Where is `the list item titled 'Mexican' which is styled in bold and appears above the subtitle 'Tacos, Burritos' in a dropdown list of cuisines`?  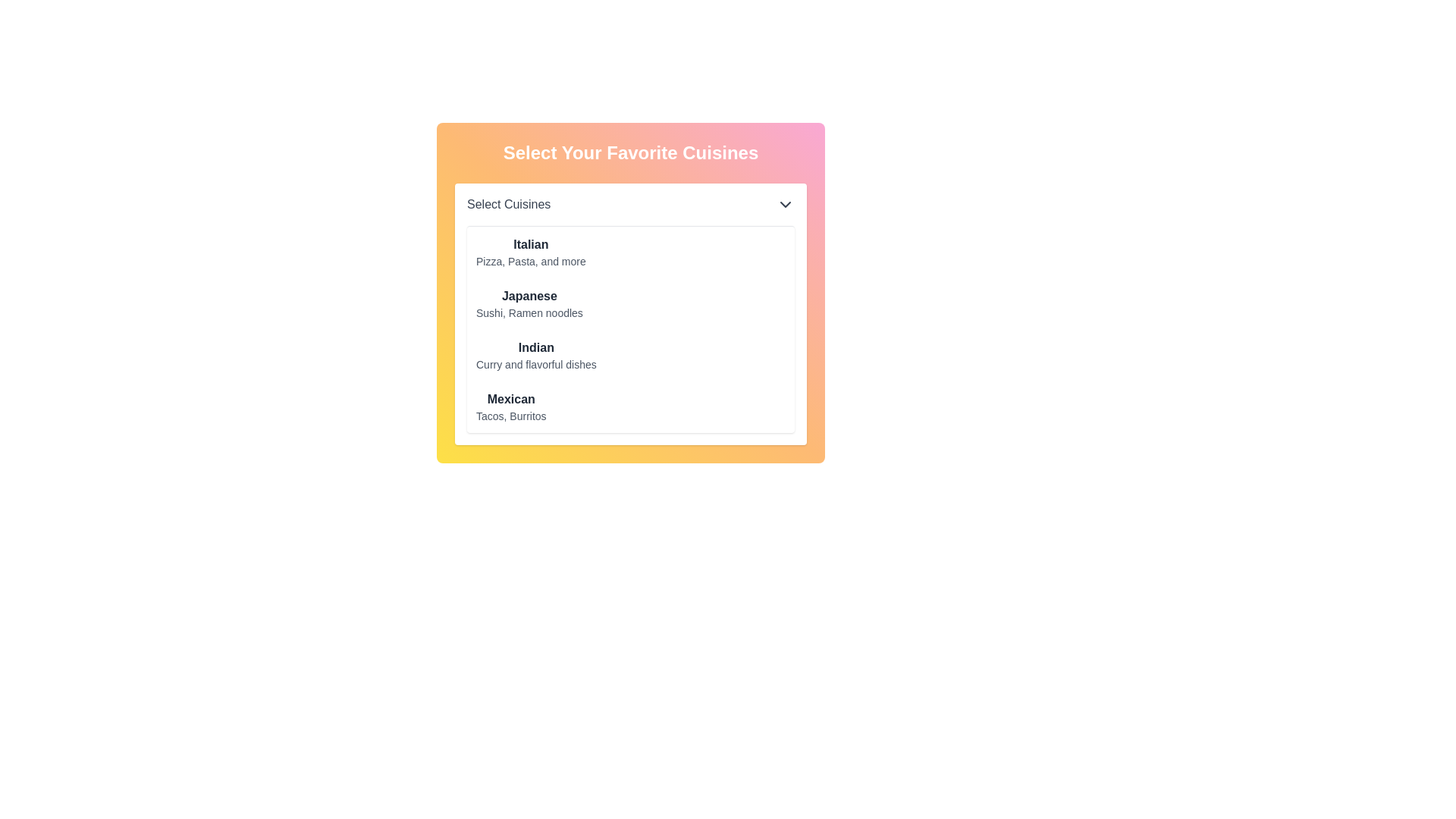
the list item titled 'Mexican' which is styled in bold and appears above the subtitle 'Tacos, Burritos' in a dropdown list of cuisines is located at coordinates (511, 406).